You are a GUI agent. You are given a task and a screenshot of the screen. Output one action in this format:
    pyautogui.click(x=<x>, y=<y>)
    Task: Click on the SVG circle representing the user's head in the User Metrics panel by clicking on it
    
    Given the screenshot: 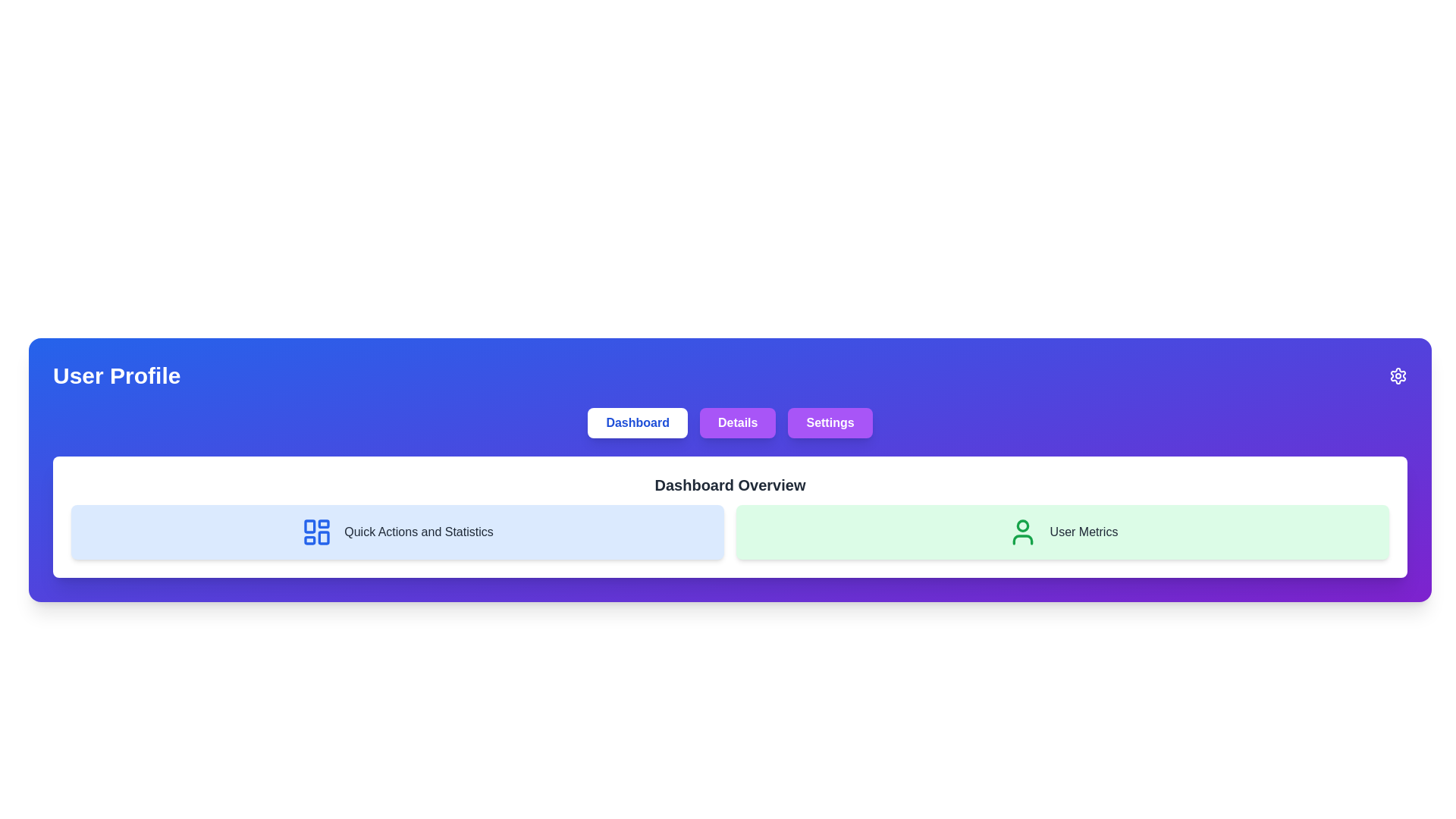 What is the action you would take?
    pyautogui.click(x=1022, y=525)
    